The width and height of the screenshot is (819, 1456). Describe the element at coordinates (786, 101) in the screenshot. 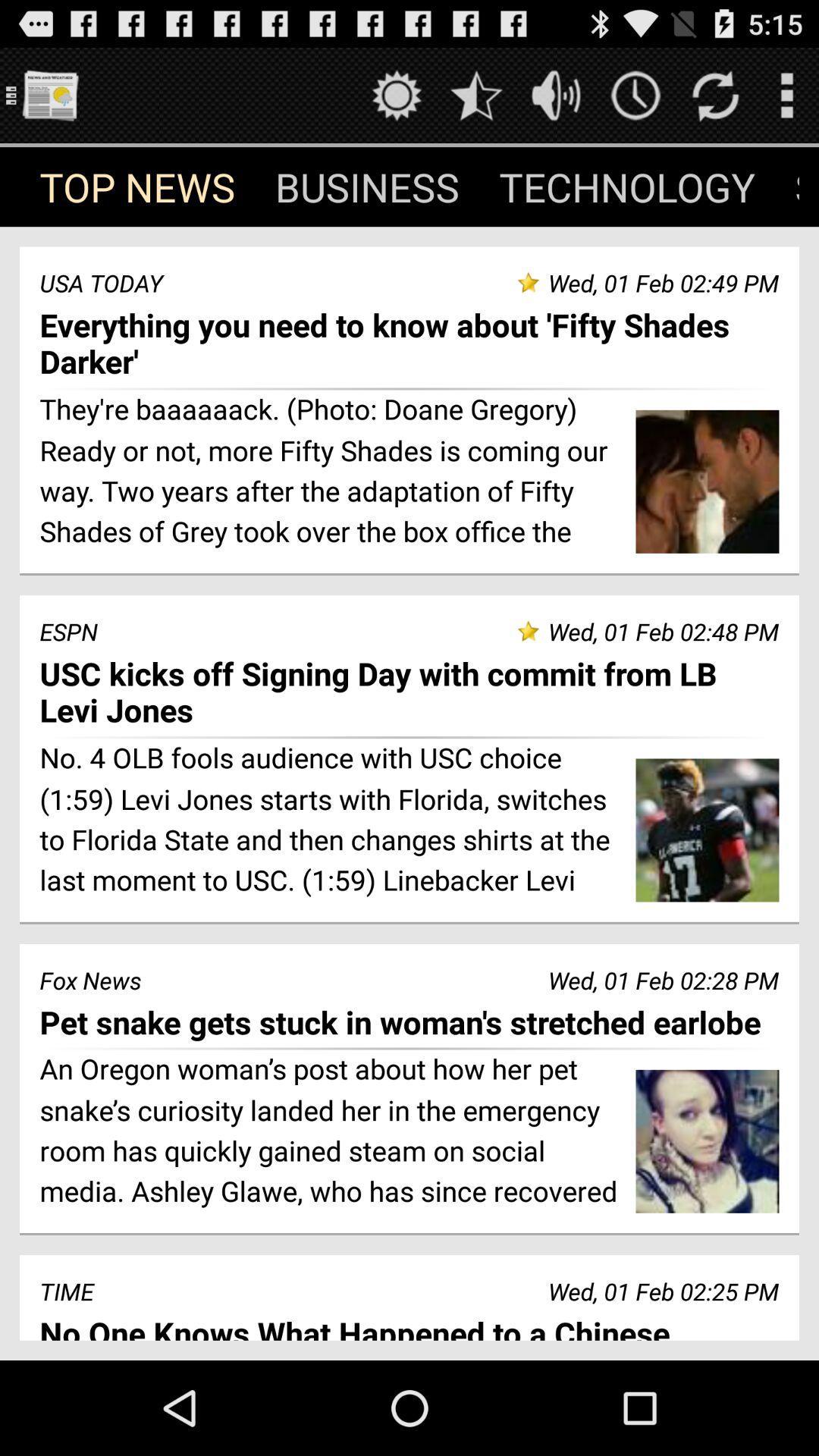

I see `the more icon` at that location.